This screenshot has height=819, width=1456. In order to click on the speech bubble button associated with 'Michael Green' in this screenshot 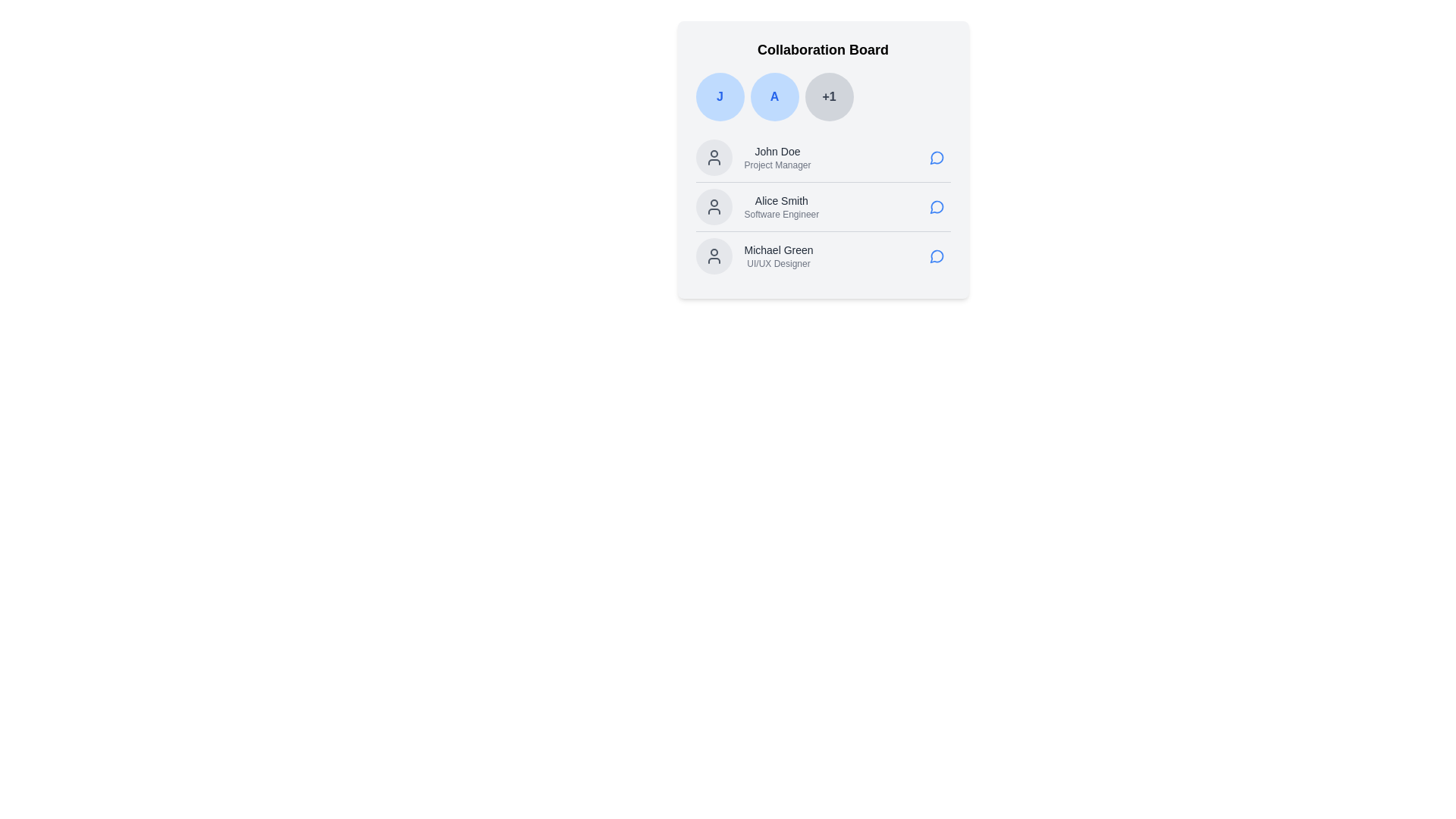, I will do `click(936, 256)`.